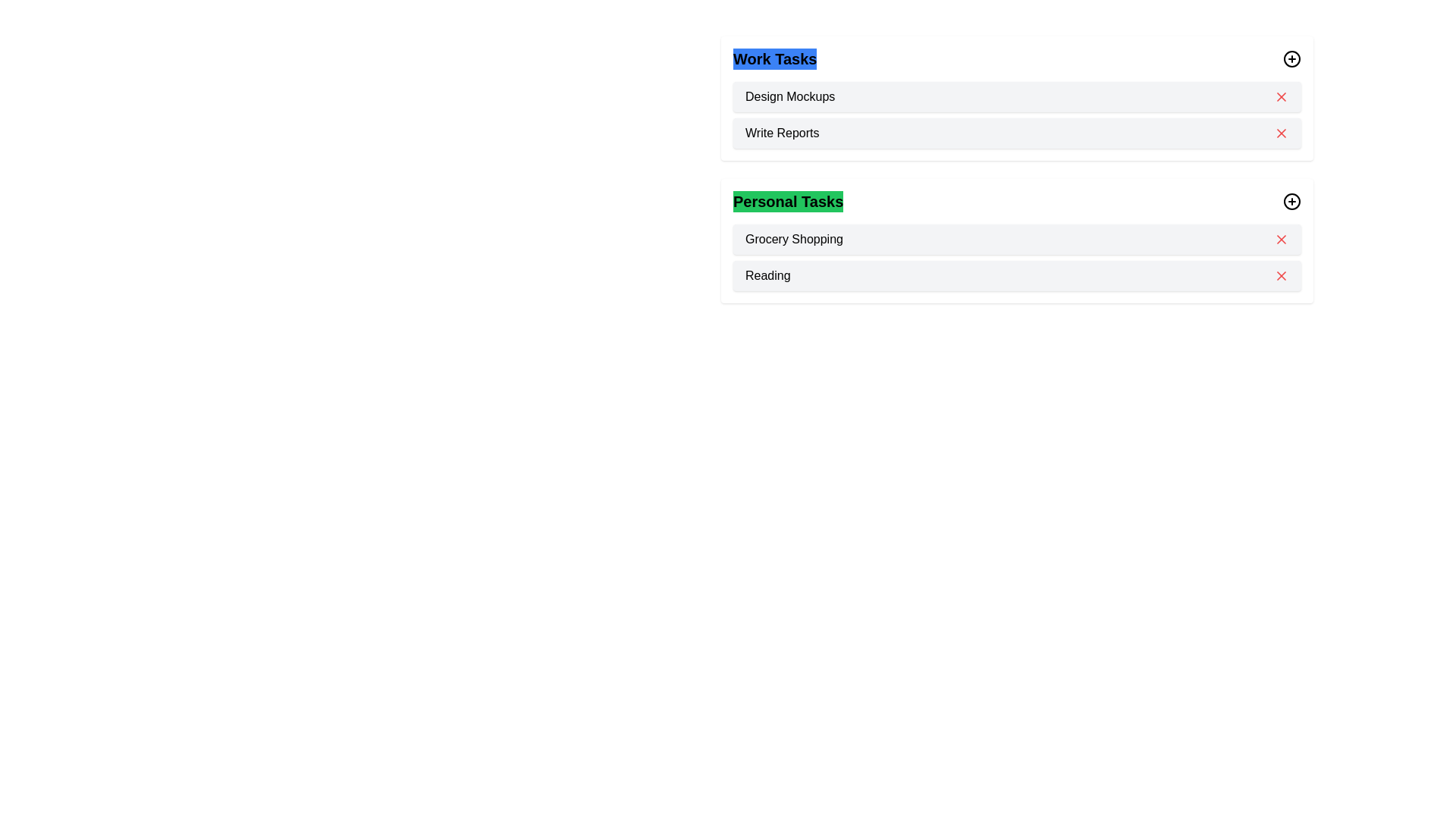 The height and width of the screenshot is (819, 1456). What do you see at coordinates (1291, 58) in the screenshot?
I see `'+' icon next to the category Work to add a new task` at bounding box center [1291, 58].